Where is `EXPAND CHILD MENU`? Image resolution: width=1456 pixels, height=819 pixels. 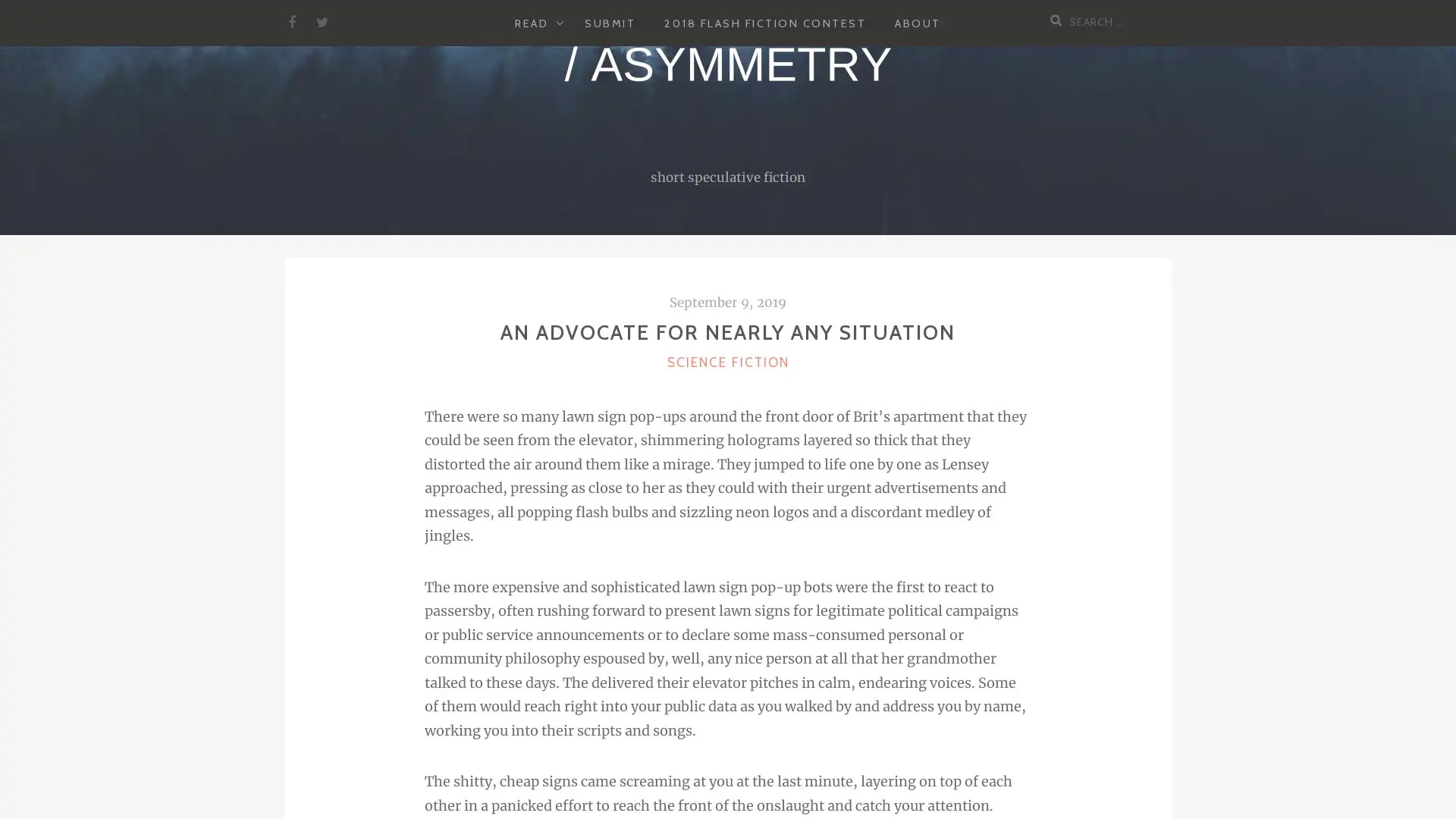 EXPAND CHILD MENU is located at coordinates (558, 22).